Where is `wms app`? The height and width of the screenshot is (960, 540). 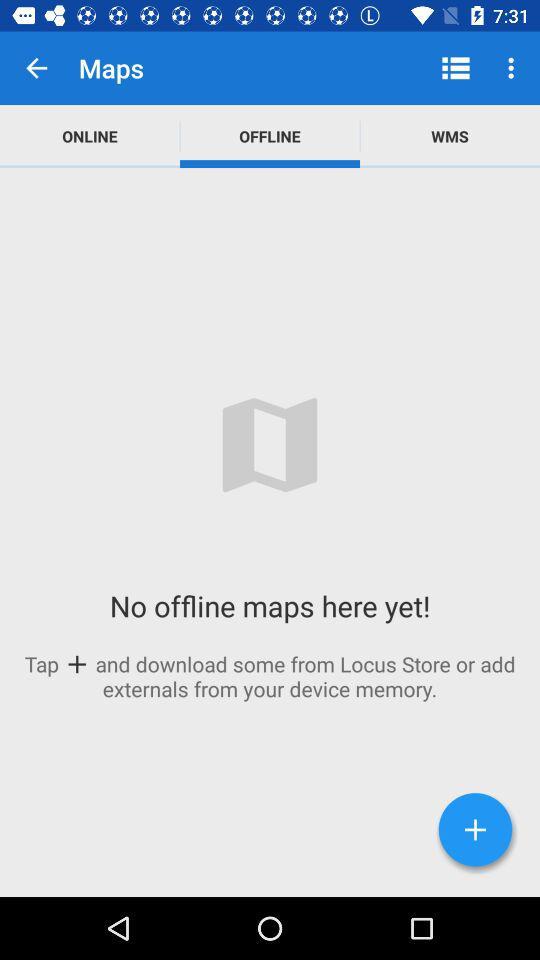 wms app is located at coordinates (449, 135).